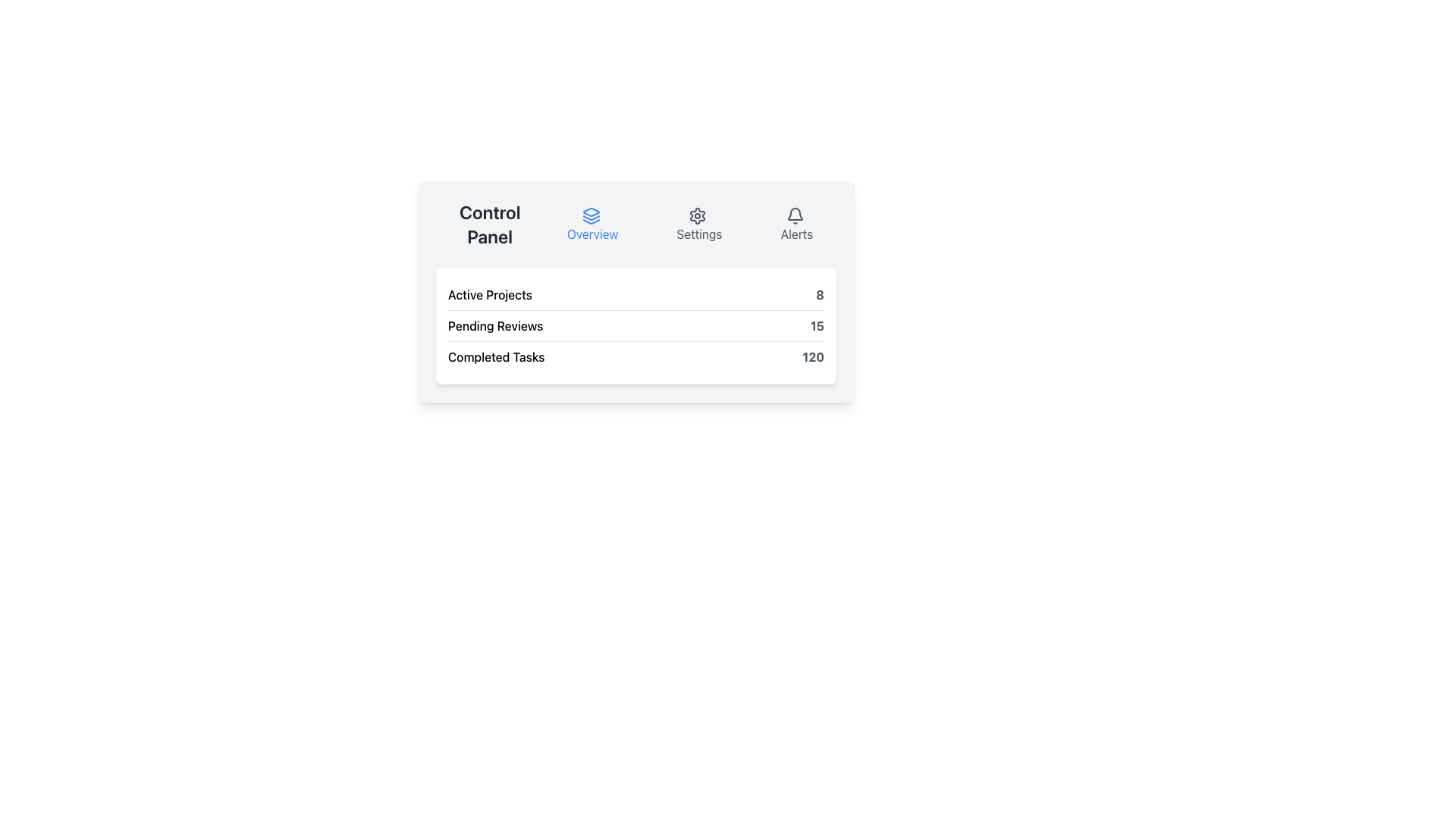  I want to click on the upper section of the bell icon graphic which is part of the Alerts button, so click(794, 214).